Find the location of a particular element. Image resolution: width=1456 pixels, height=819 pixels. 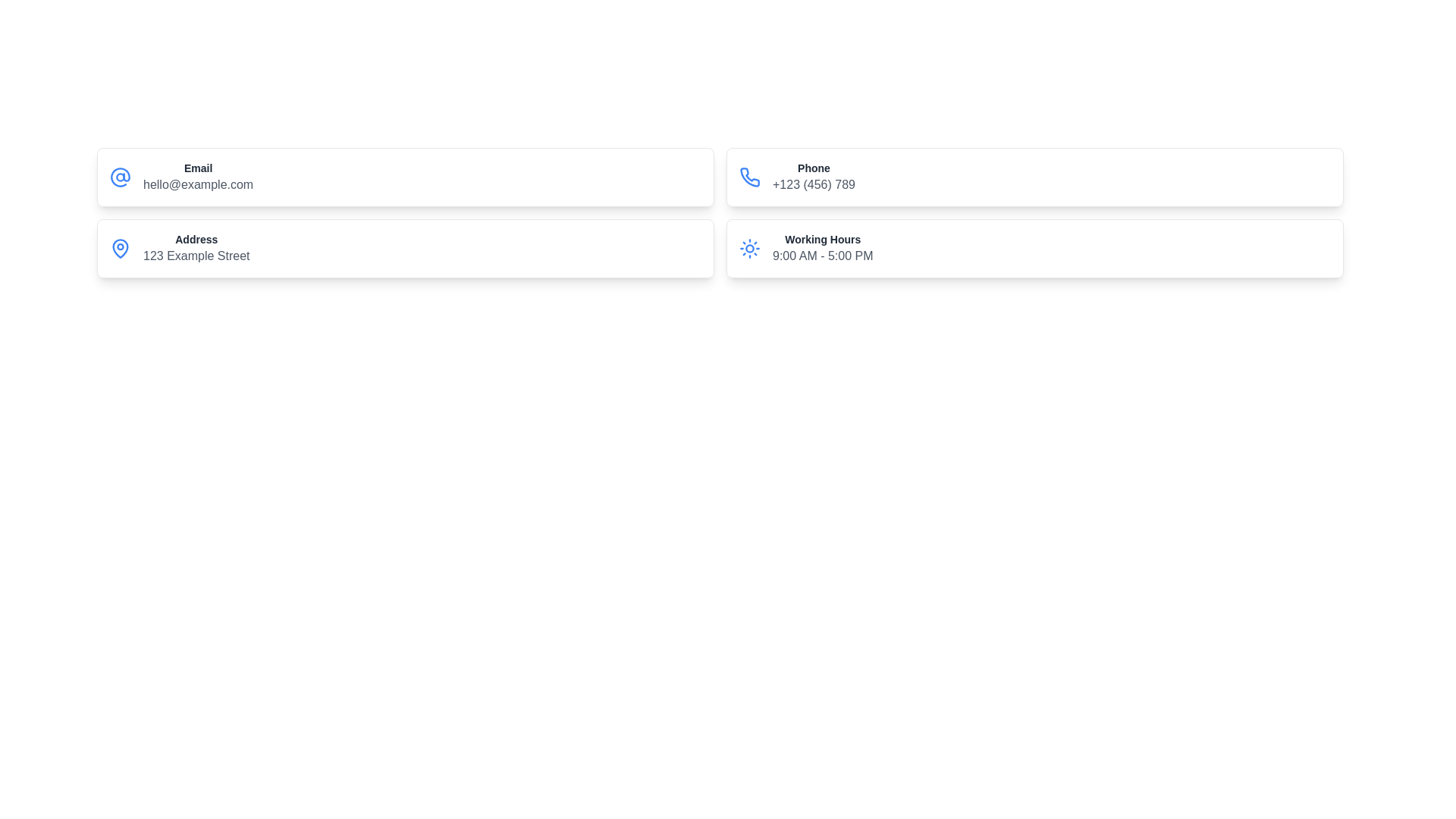

the email address text display located in the upper-left quadrant of the layout, above the 'Address' item is located at coordinates (197, 177).